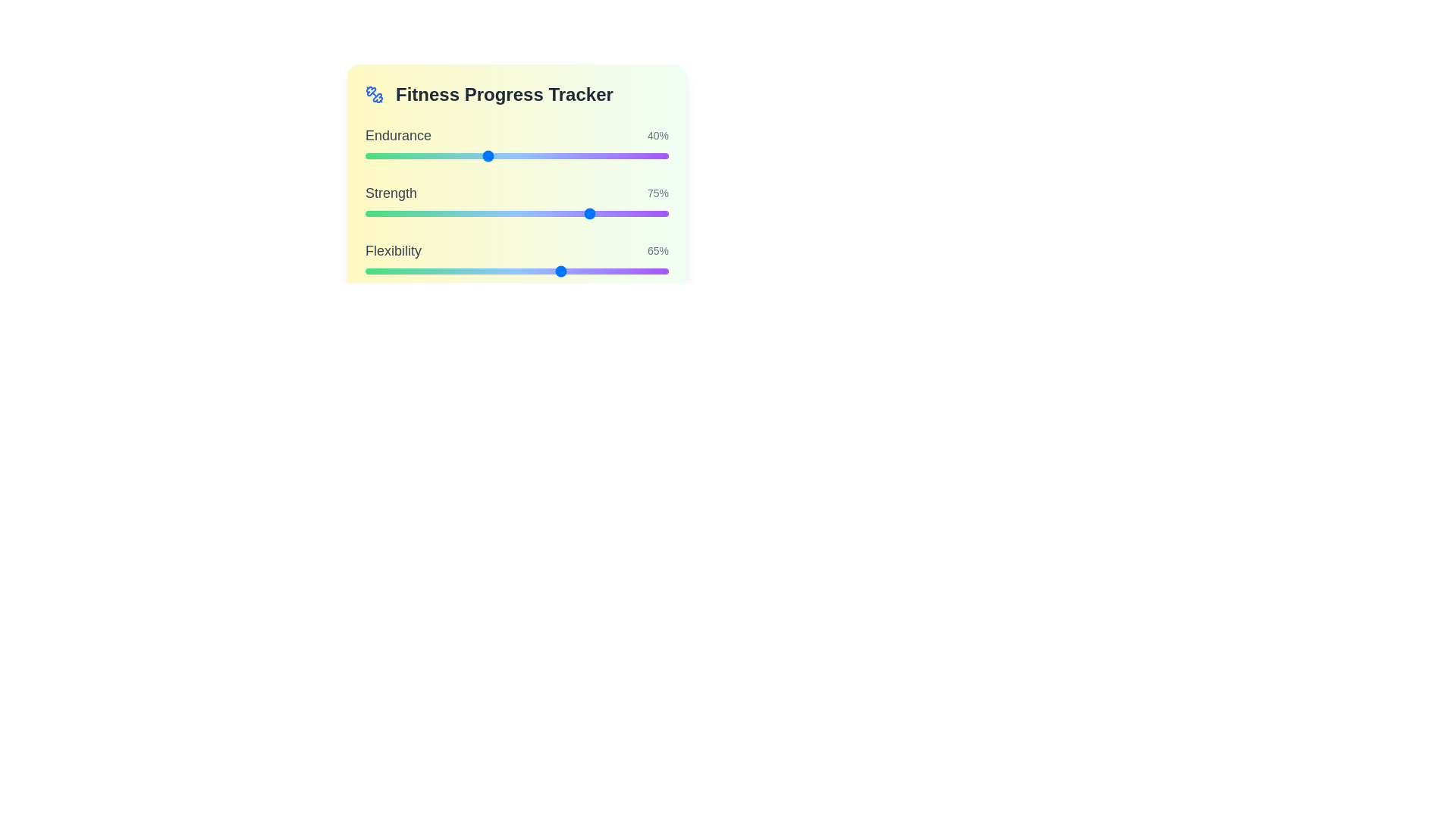 The width and height of the screenshot is (1456, 819). I want to click on the 'Endurance' label in the Fitness Progress Tracker widget, which is positioned to the left of the progress bar and above the percentage value '40%', so click(398, 134).